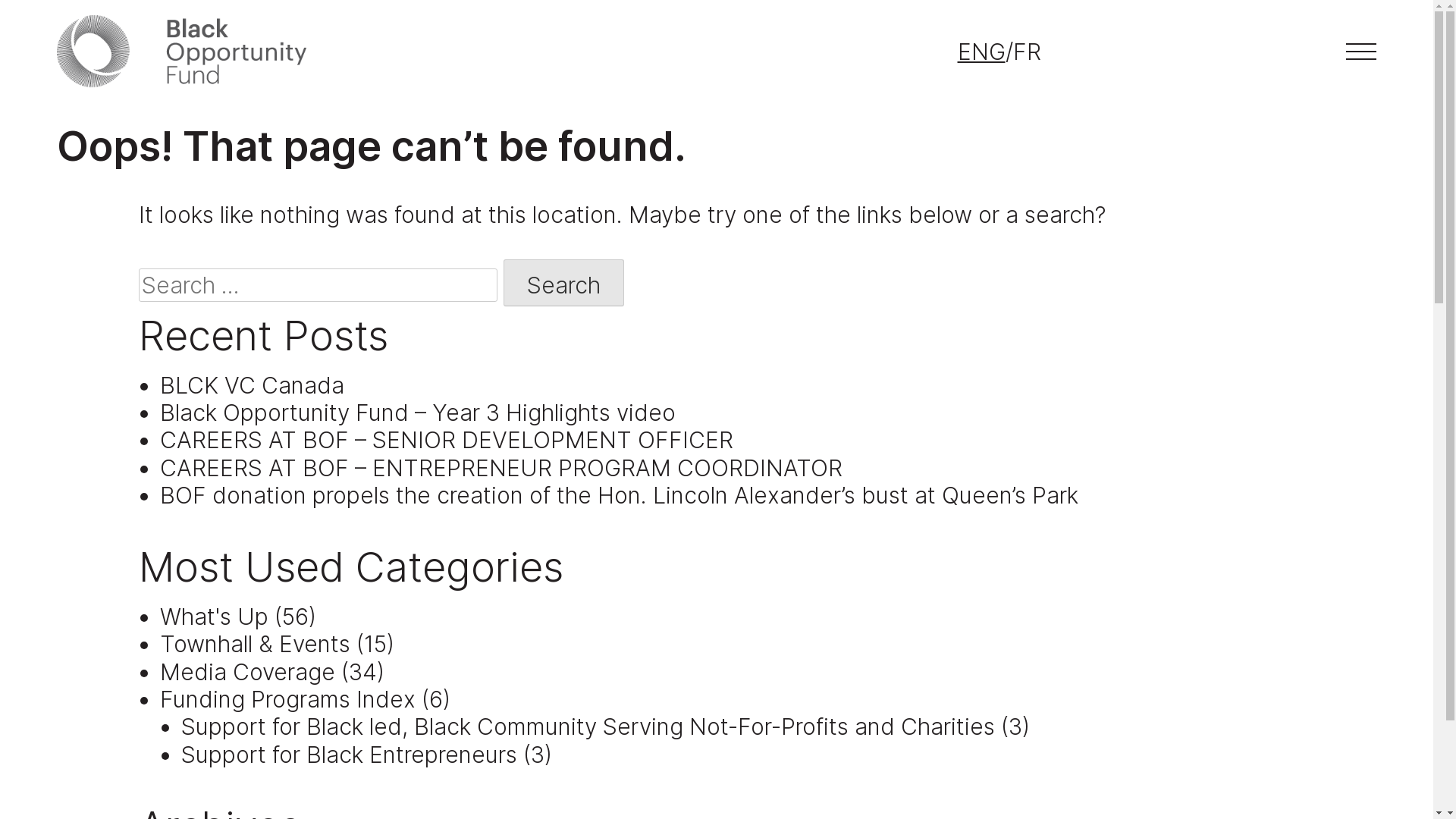 This screenshot has height=819, width=1456. Describe the element at coordinates (213, 617) in the screenshot. I see `'What's Up'` at that location.